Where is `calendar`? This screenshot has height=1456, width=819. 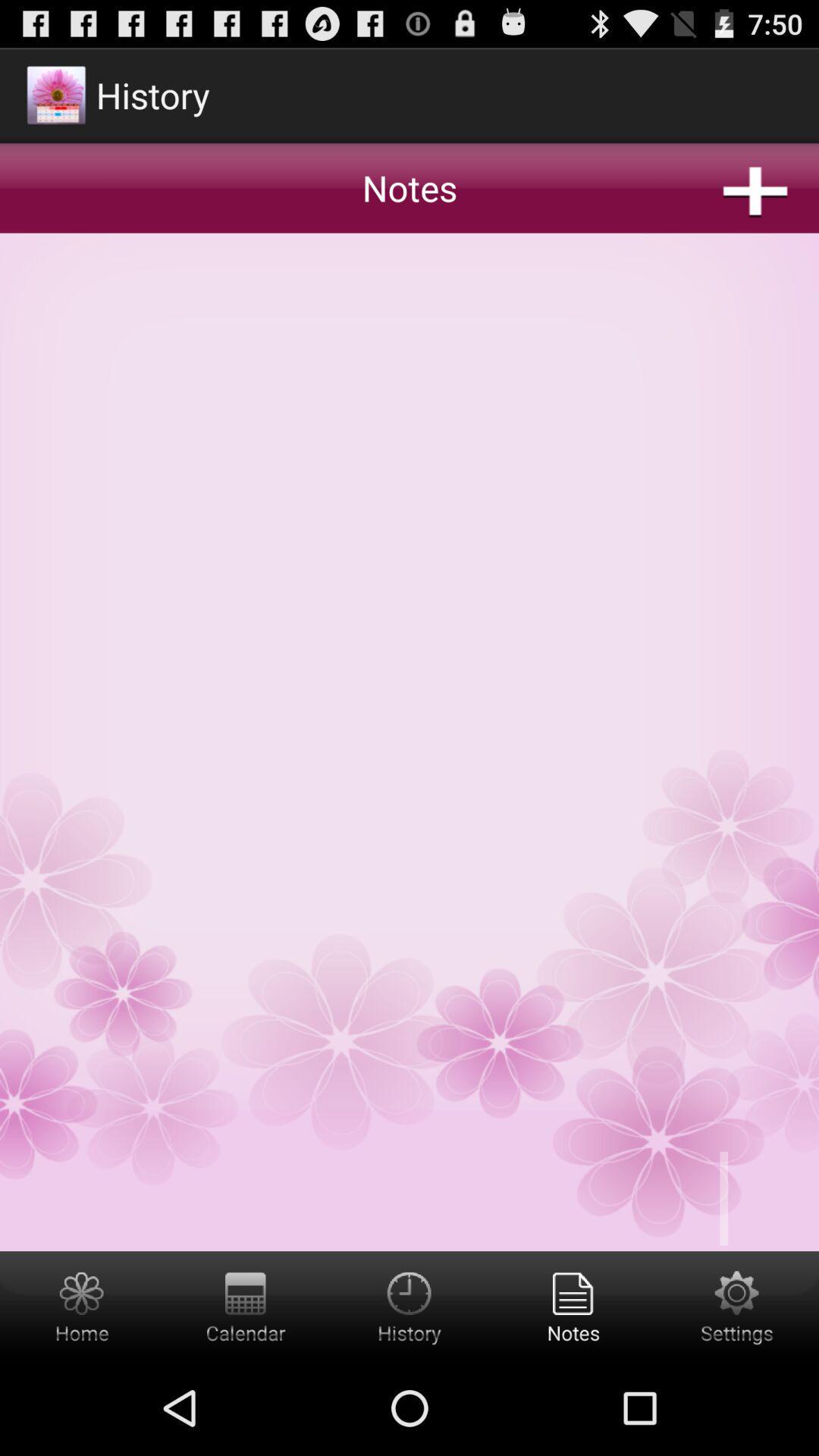 calendar is located at coordinates (245, 1305).